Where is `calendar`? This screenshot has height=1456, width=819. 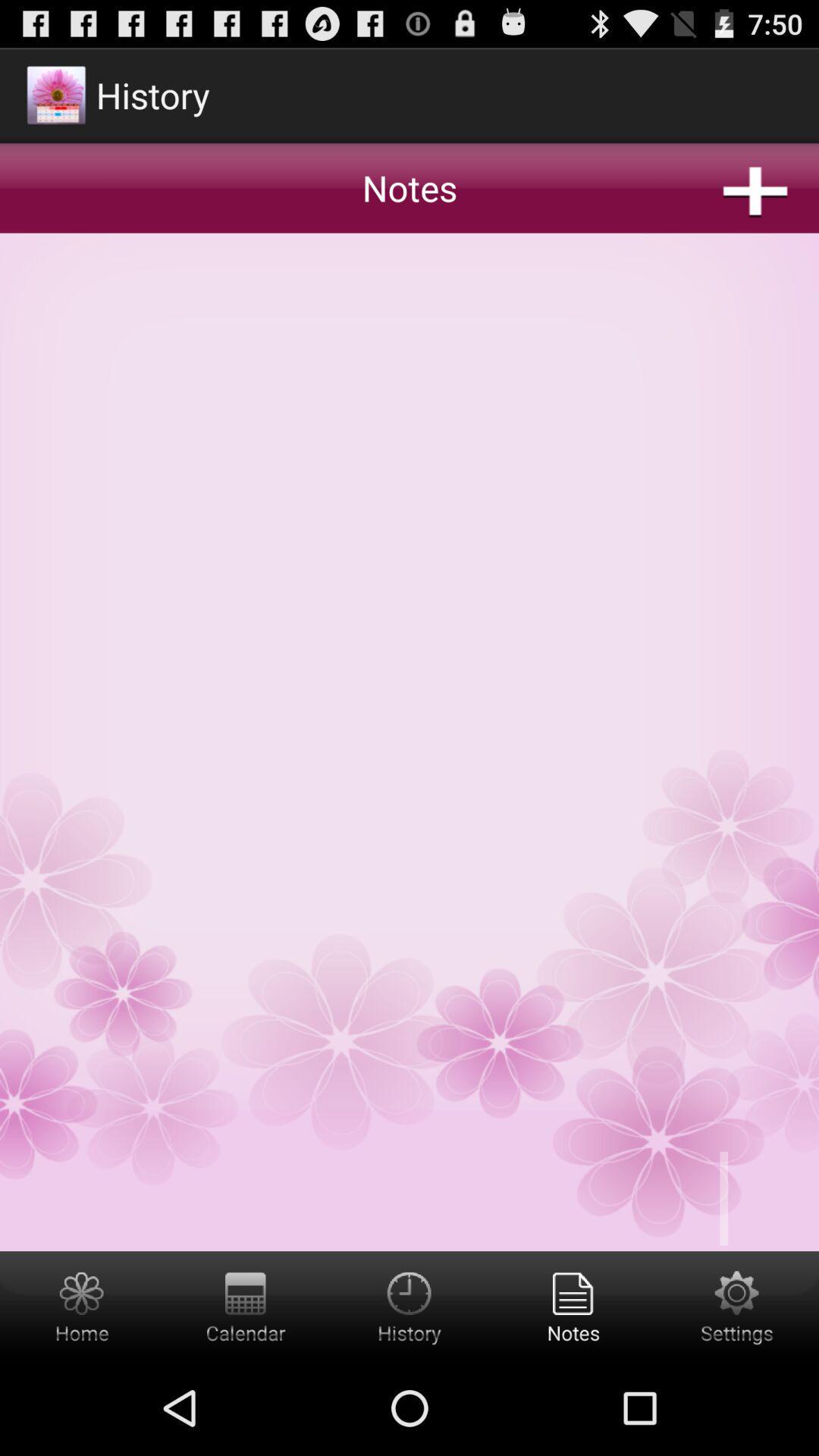 calendar is located at coordinates (245, 1305).